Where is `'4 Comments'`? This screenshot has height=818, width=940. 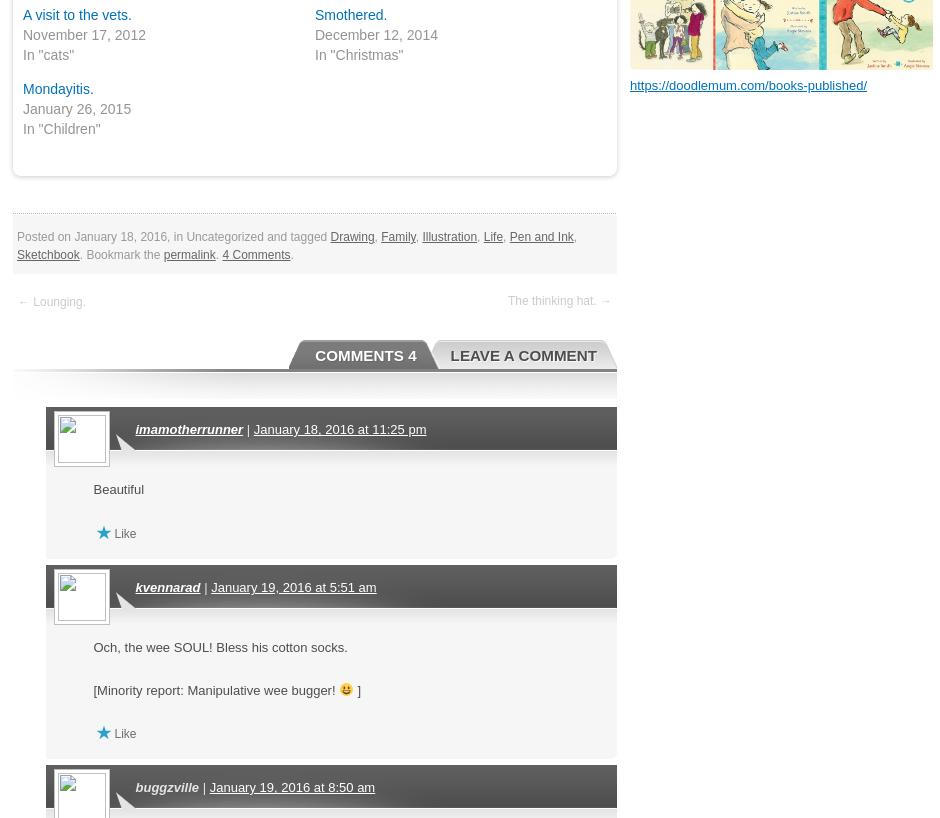
'4 Comments' is located at coordinates (255, 254).